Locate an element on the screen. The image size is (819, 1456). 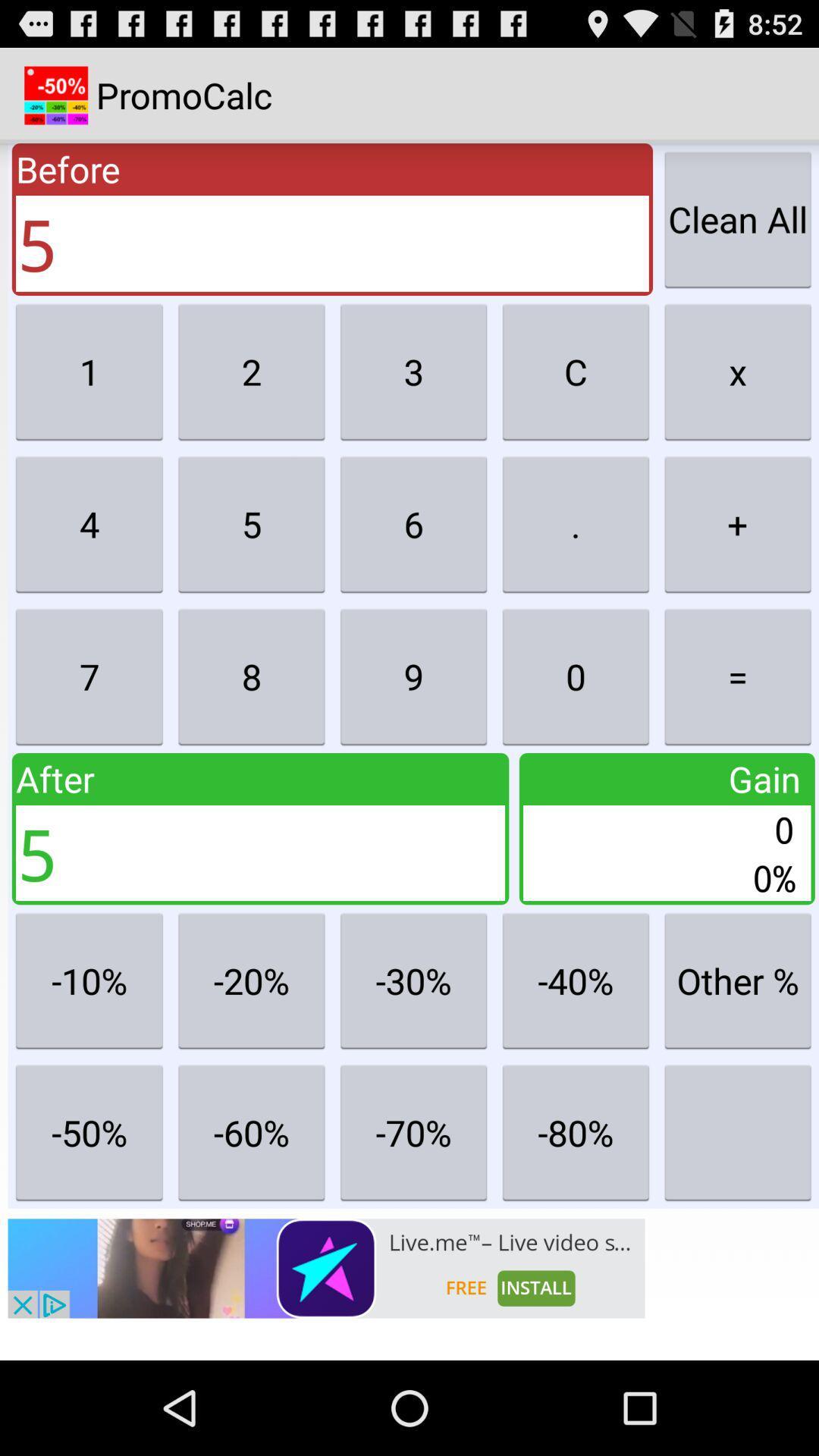
the last text at the right bottom is located at coordinates (736, 1132).